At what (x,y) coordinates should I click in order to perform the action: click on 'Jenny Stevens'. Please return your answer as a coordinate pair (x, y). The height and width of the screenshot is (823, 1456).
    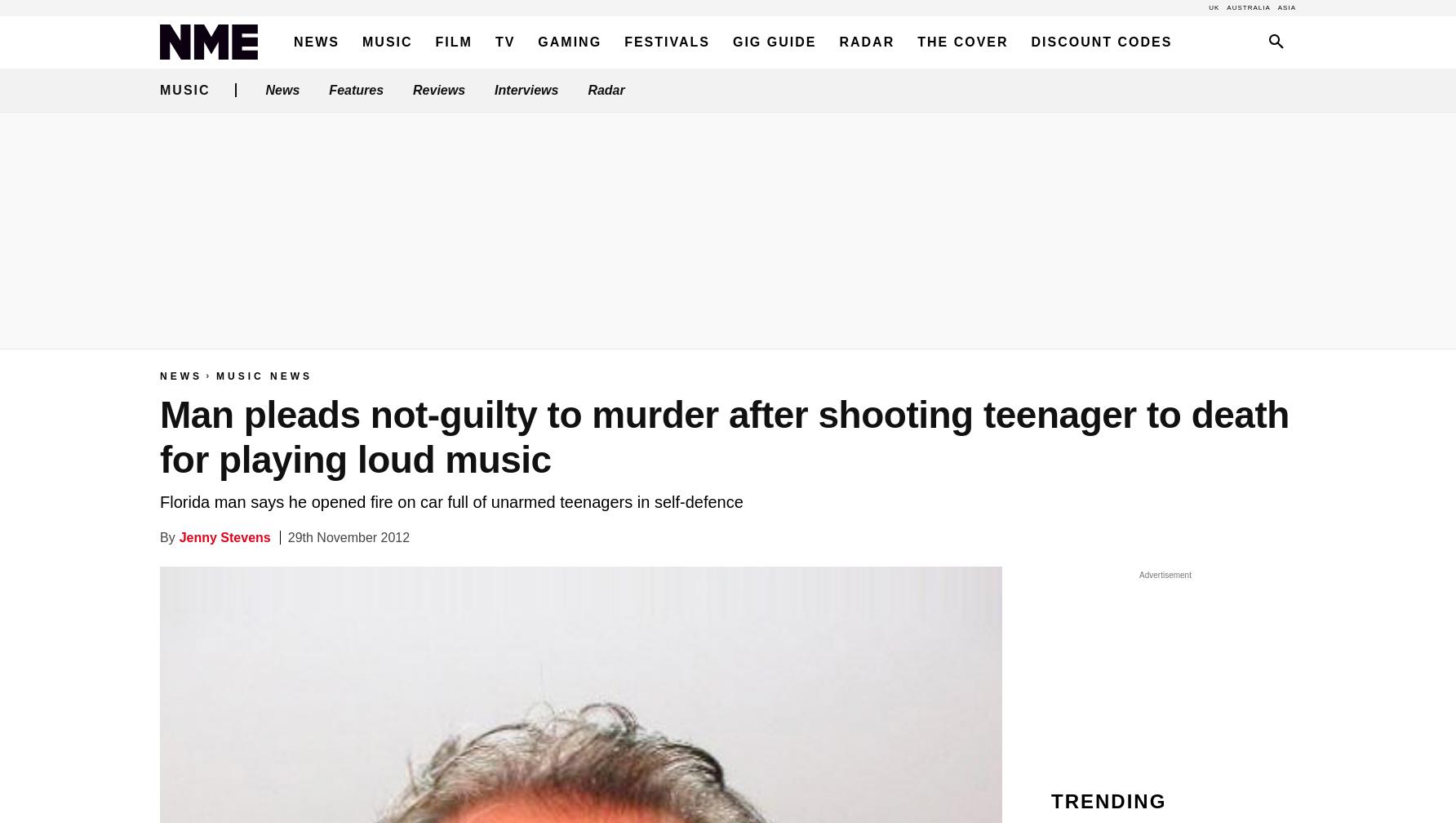
    Looking at the image, I should click on (224, 537).